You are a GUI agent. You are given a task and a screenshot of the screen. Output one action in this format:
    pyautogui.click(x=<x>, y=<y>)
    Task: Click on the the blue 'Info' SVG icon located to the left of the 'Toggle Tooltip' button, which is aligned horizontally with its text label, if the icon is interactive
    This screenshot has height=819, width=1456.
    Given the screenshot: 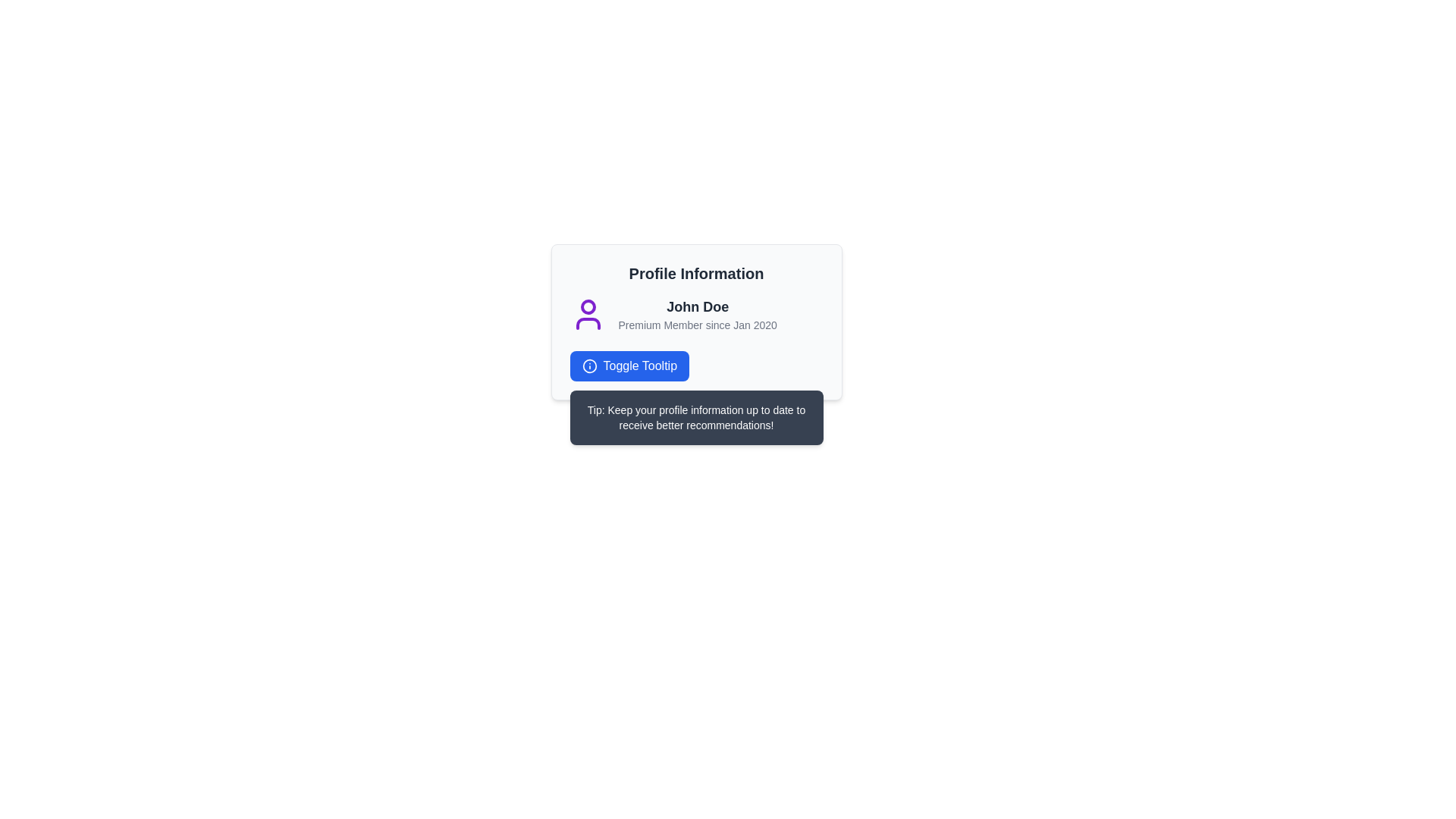 What is the action you would take?
    pyautogui.click(x=588, y=366)
    